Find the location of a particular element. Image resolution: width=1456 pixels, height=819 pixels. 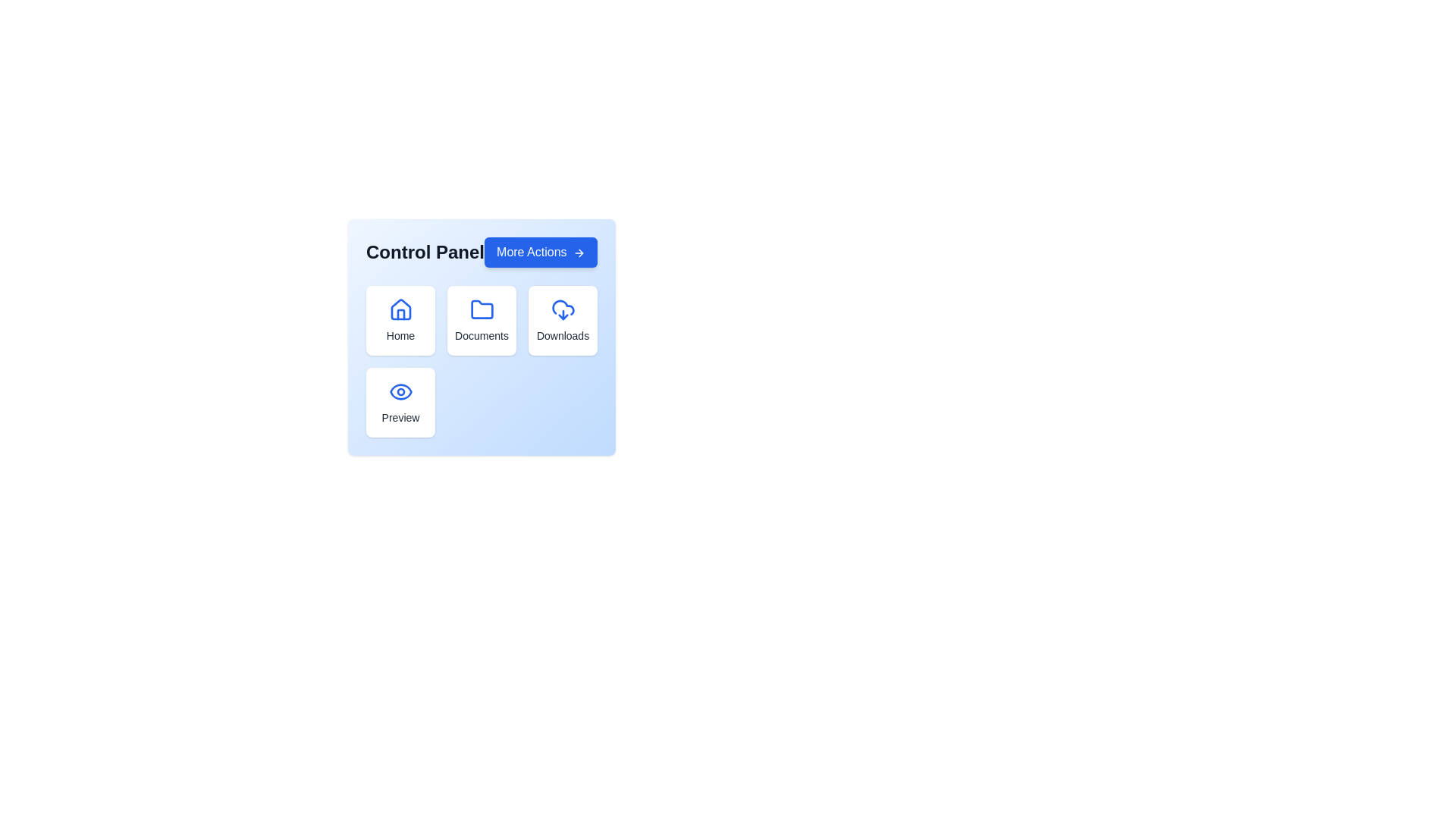

the Vector shape element that completes the visual representation of a house icon, located in the top left quadrant of the interface panel is located at coordinates (400, 314).